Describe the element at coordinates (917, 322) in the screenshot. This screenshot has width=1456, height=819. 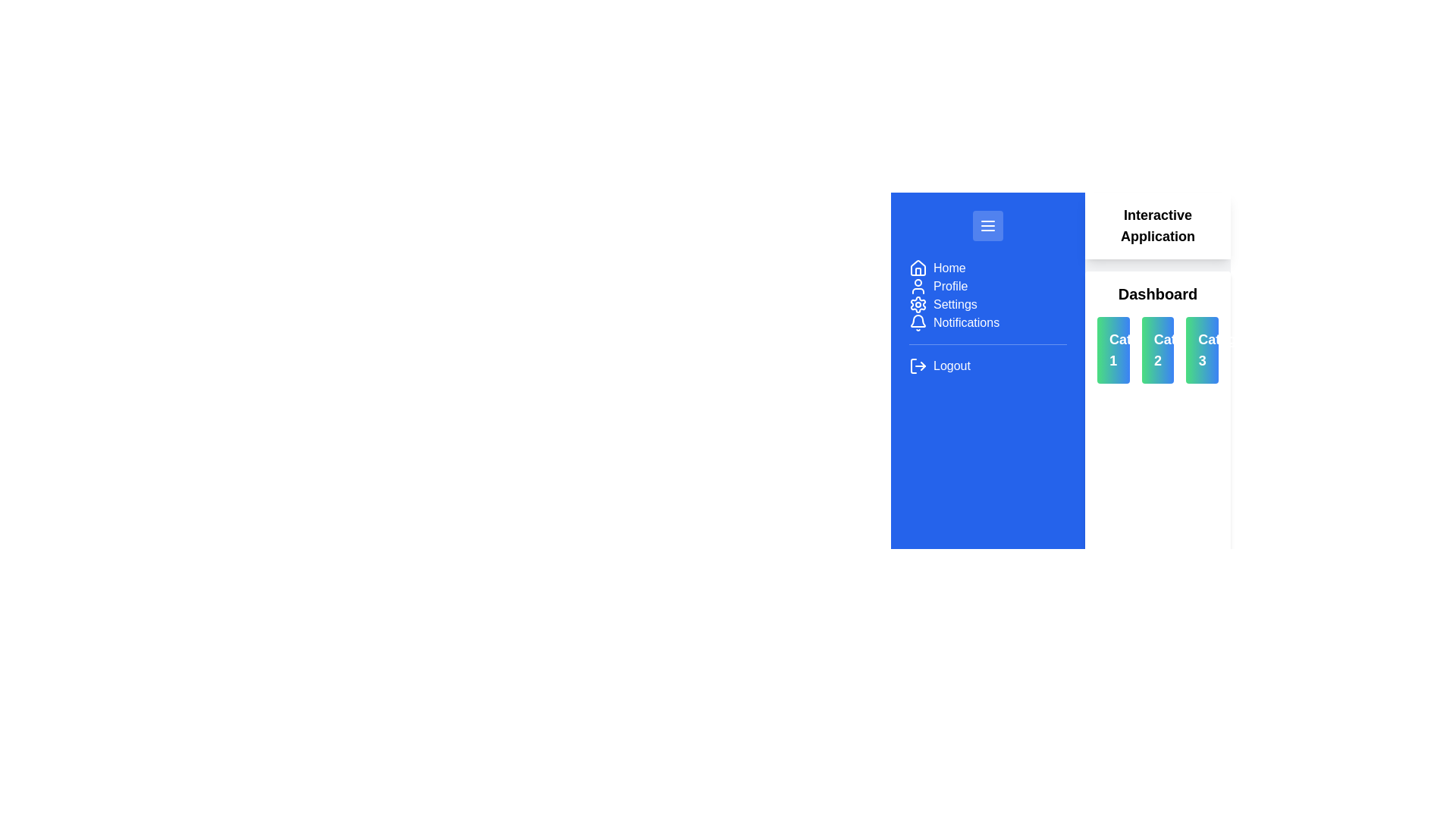
I see `the 'Notifications' icon located in the left sidebar menu` at that location.